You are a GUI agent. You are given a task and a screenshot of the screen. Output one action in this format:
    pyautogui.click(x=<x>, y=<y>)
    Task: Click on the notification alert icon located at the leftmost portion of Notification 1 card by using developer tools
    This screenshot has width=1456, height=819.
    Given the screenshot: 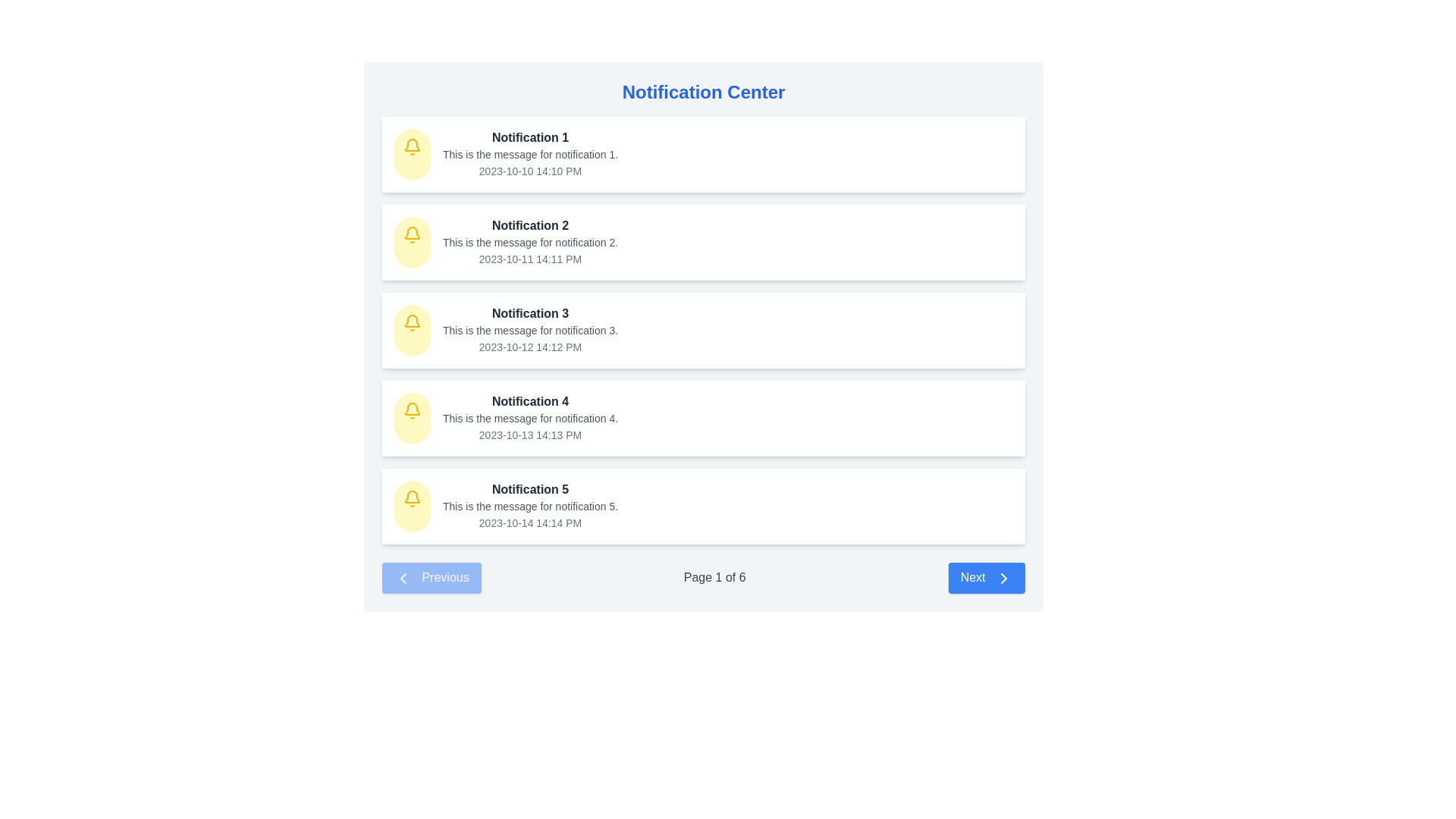 What is the action you would take?
    pyautogui.click(x=412, y=155)
    